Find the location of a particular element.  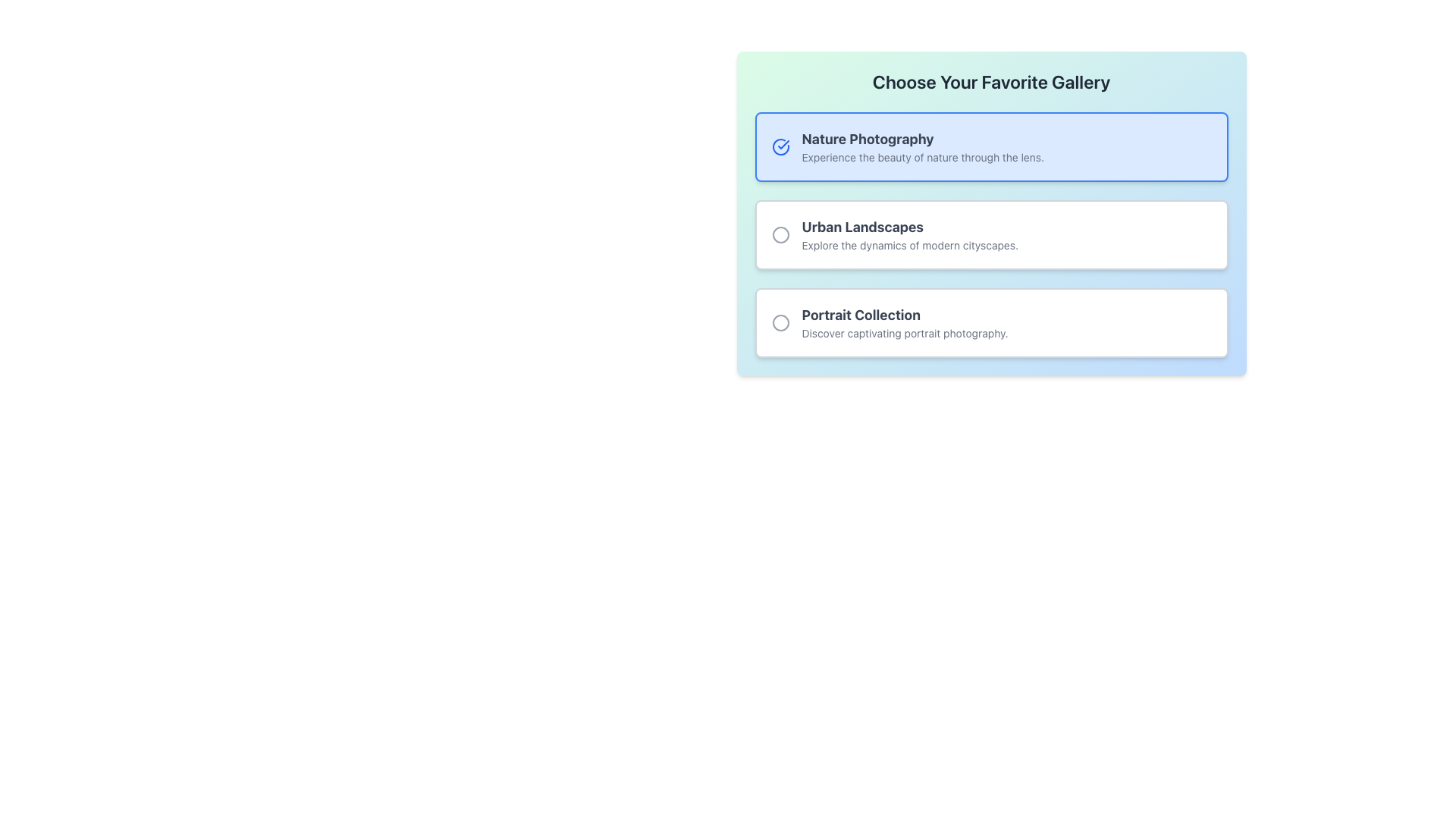

the visual confirmation by focusing on the checkmark icon that indicates 'Nature Photography' has been selected. This checkmark is located within a circular icon at the top-left of the selection item is located at coordinates (783, 145).